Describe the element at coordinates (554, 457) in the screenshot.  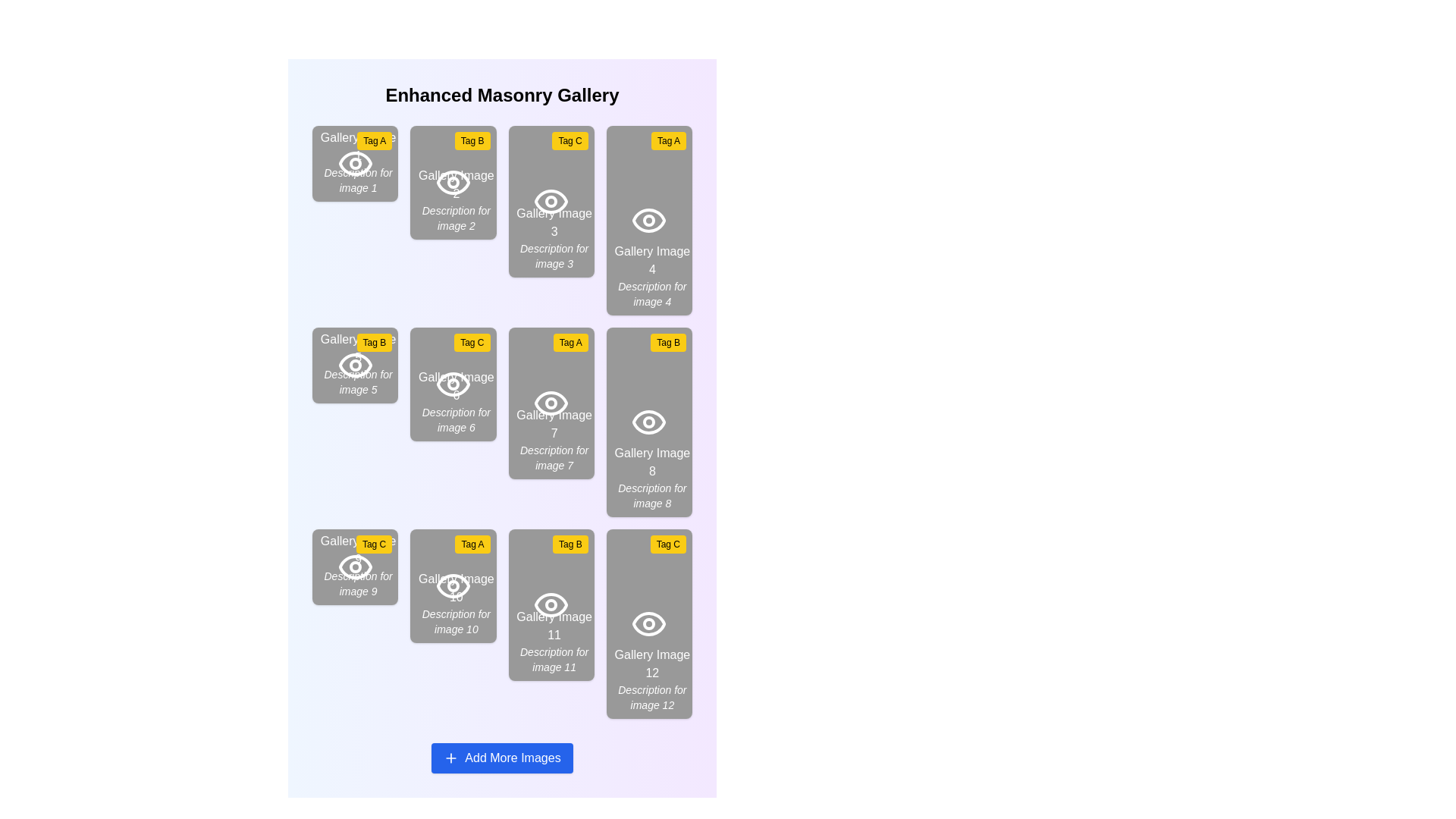
I see `the text label displaying 'Description for image 7' located under 'Gallery Image 7' in the fourth row of the masonry gallery` at that location.